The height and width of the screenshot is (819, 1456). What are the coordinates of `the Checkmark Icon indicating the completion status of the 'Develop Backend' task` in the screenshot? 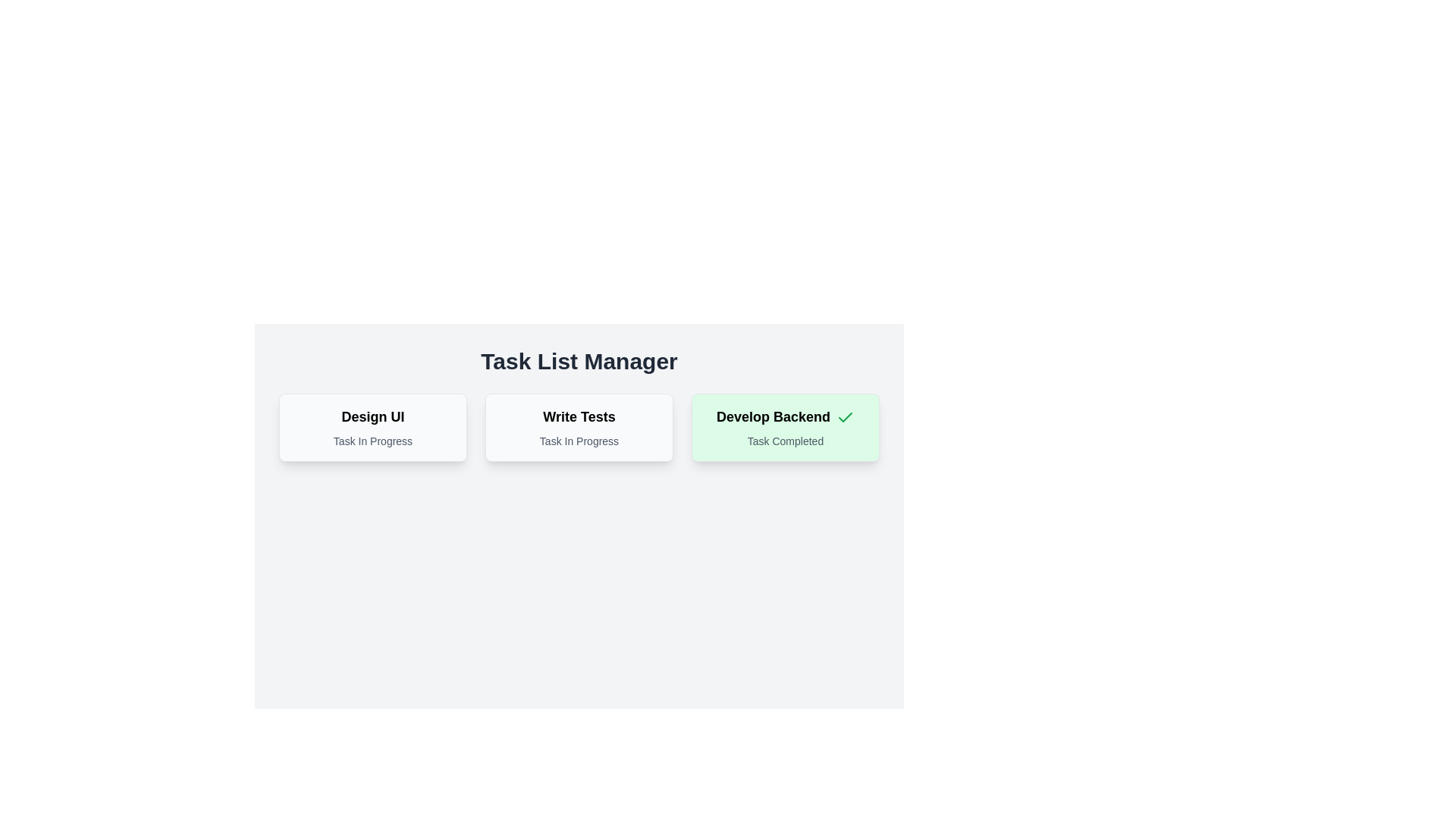 It's located at (844, 418).